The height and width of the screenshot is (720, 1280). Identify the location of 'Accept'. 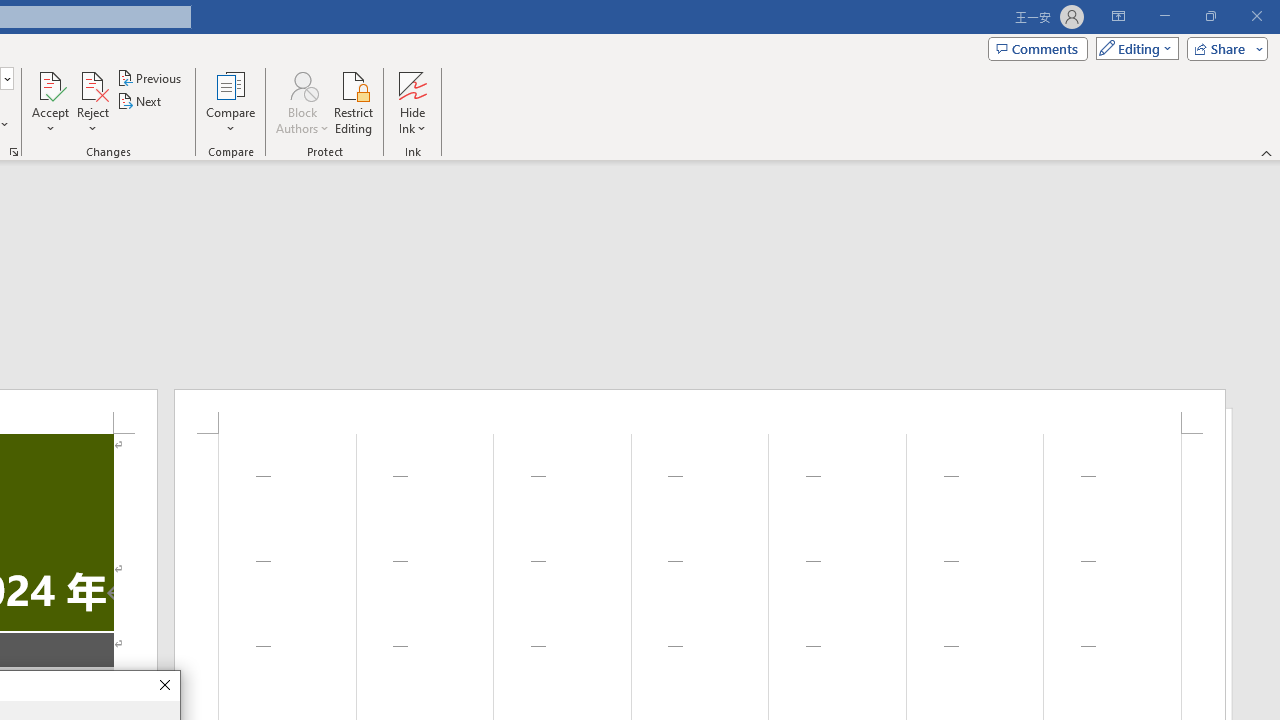
(50, 103).